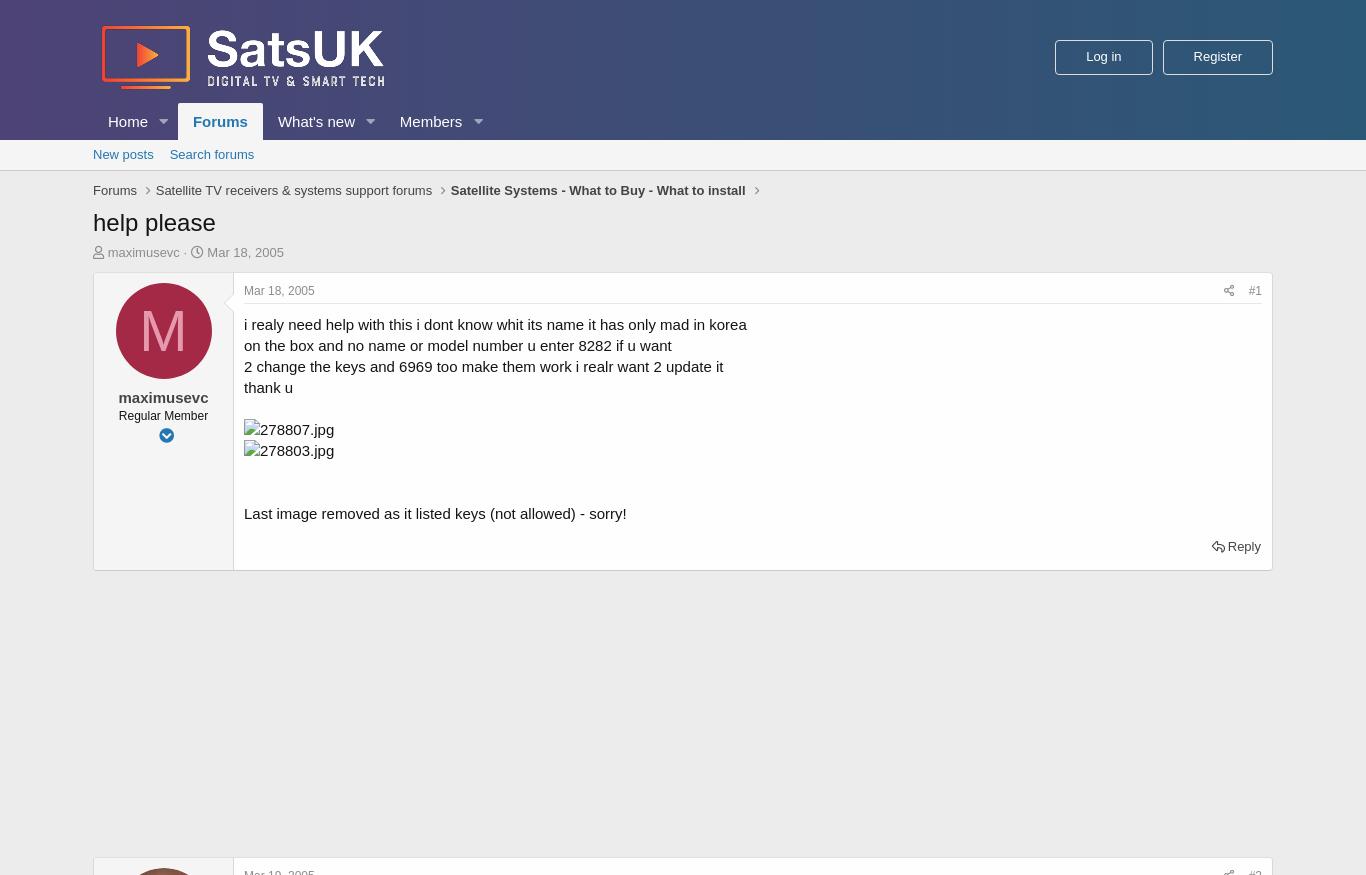 This screenshot has height=875, width=1366. Describe the element at coordinates (1217, 55) in the screenshot. I see `'Register'` at that location.